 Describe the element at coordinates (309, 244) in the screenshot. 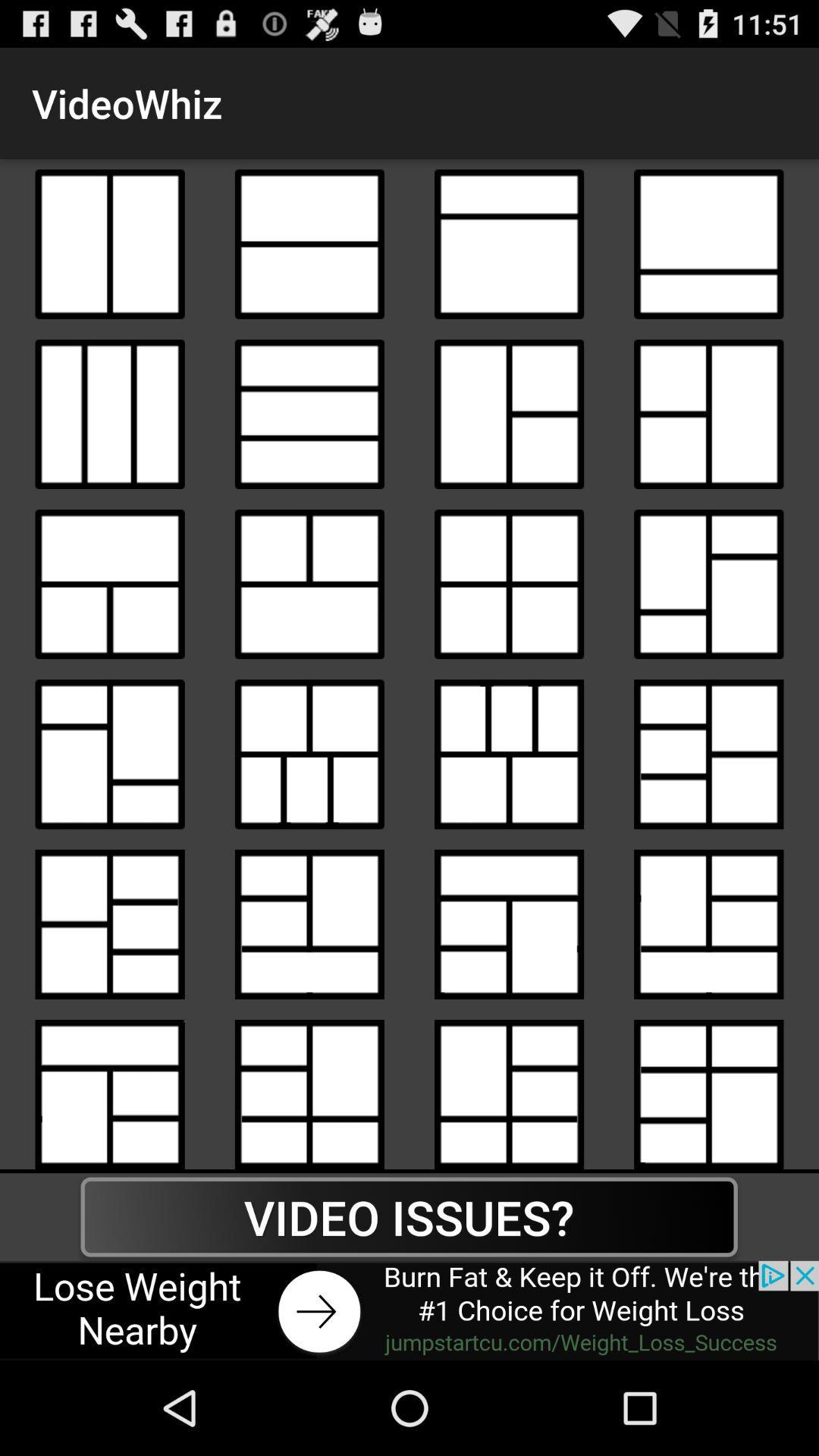

I see `object` at that location.